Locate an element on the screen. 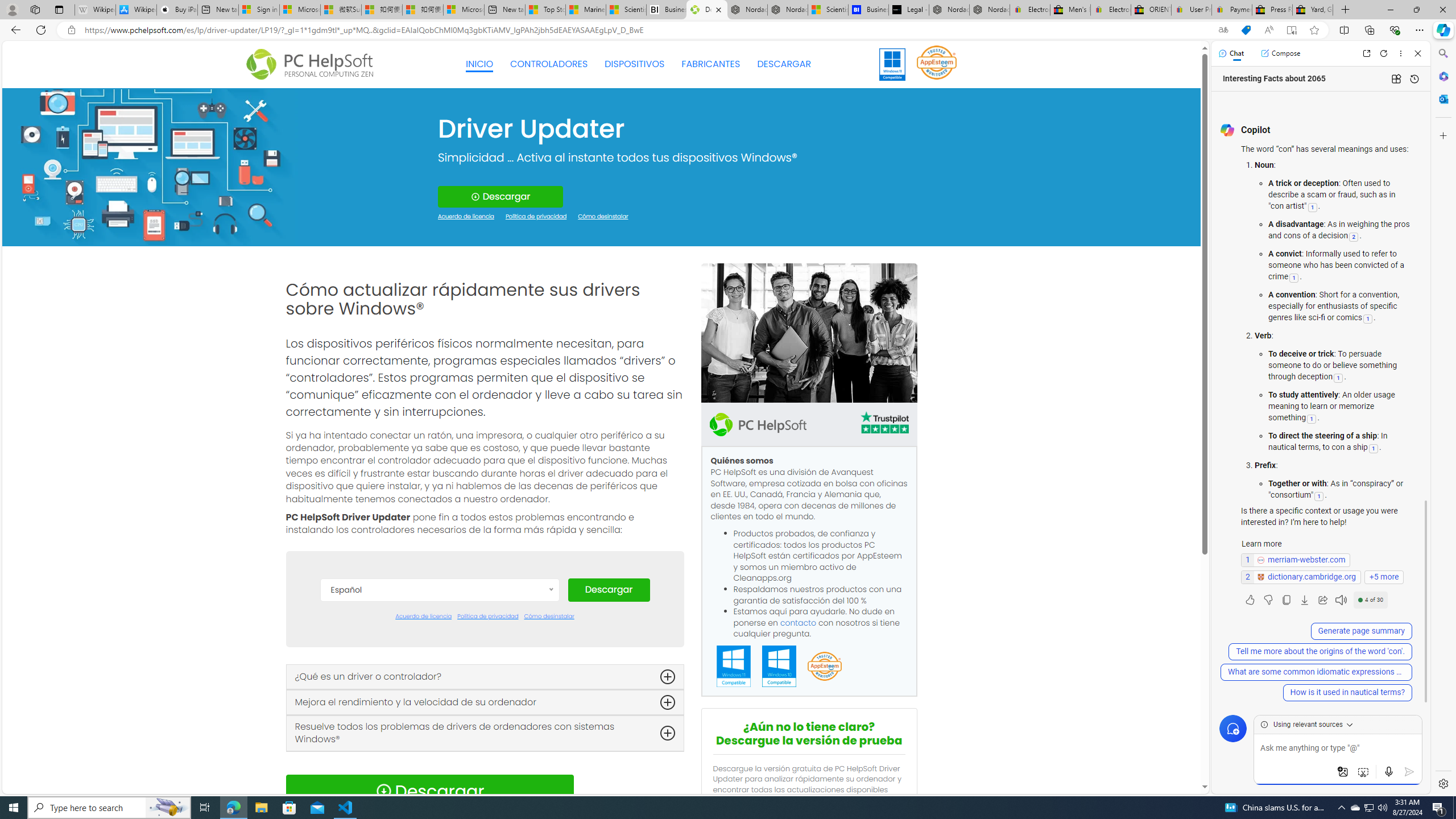 The width and height of the screenshot is (1456, 819). 'TrustPilot' is located at coordinates (884, 424).